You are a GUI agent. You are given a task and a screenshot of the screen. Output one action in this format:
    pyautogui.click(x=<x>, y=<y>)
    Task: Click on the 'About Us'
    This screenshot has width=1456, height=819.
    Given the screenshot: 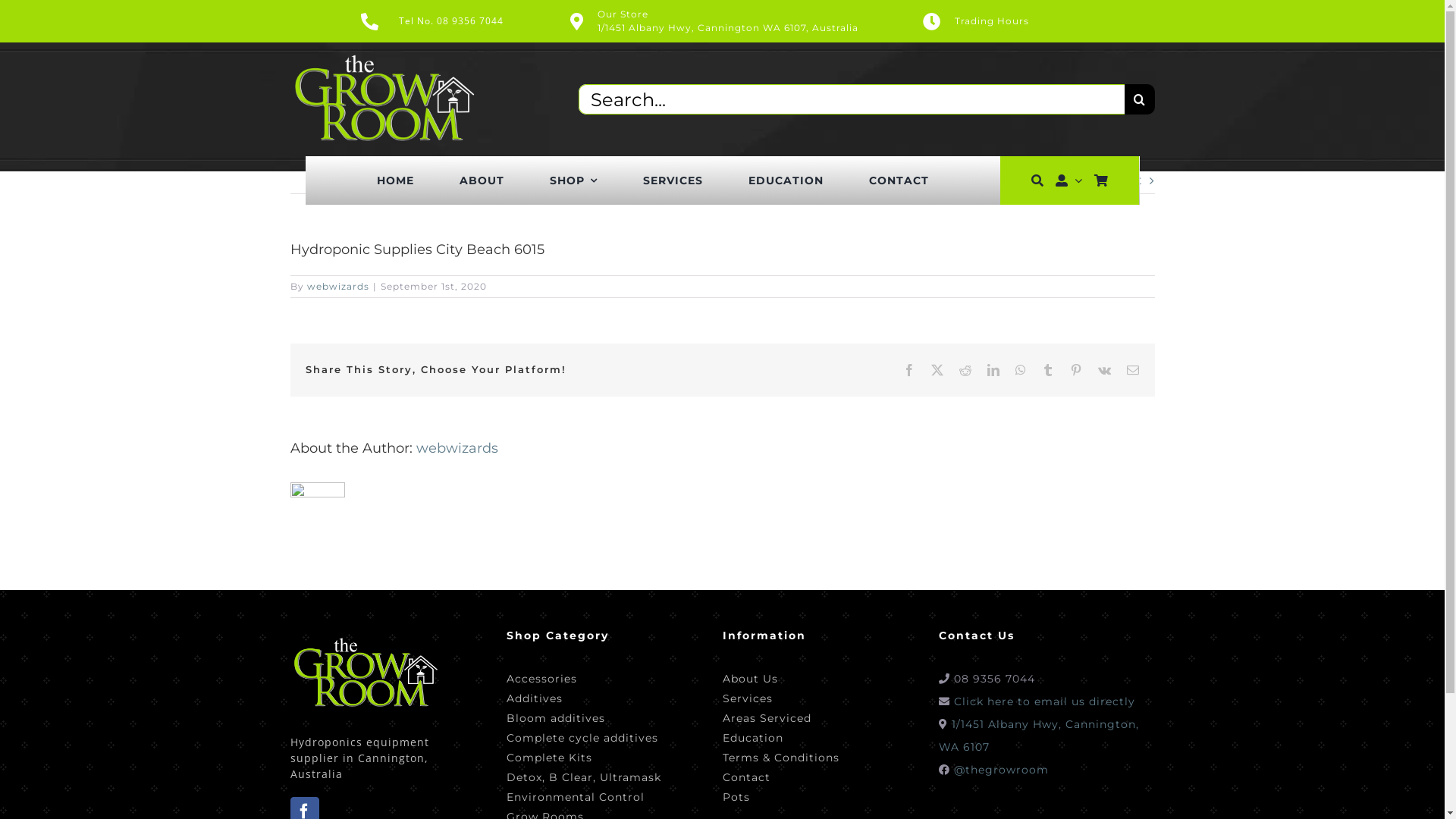 What is the action you would take?
    pyautogui.click(x=780, y=676)
    